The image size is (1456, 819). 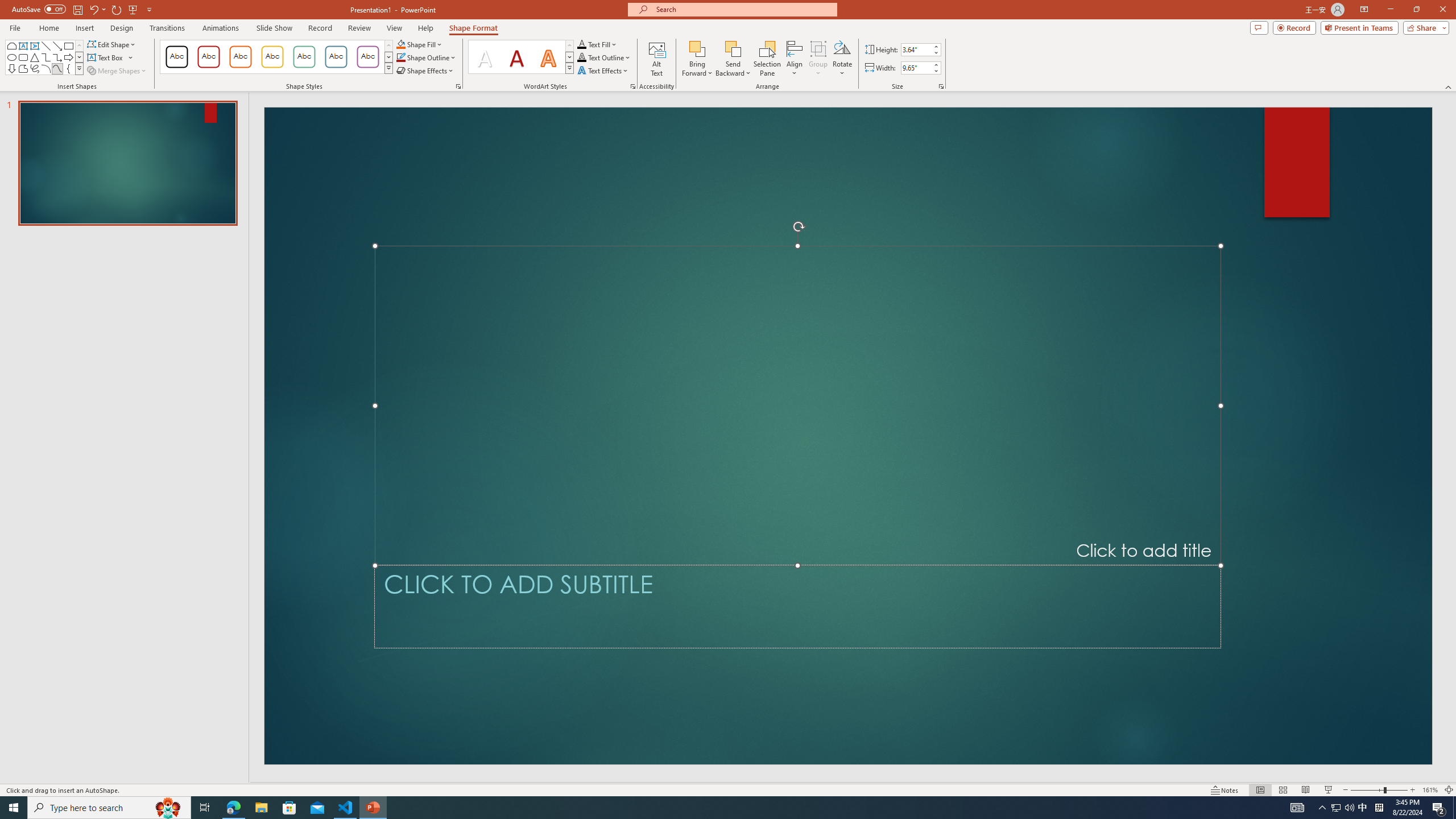 What do you see at coordinates (23, 56) in the screenshot?
I see `'Rectangle: Rounded Corners'` at bounding box center [23, 56].